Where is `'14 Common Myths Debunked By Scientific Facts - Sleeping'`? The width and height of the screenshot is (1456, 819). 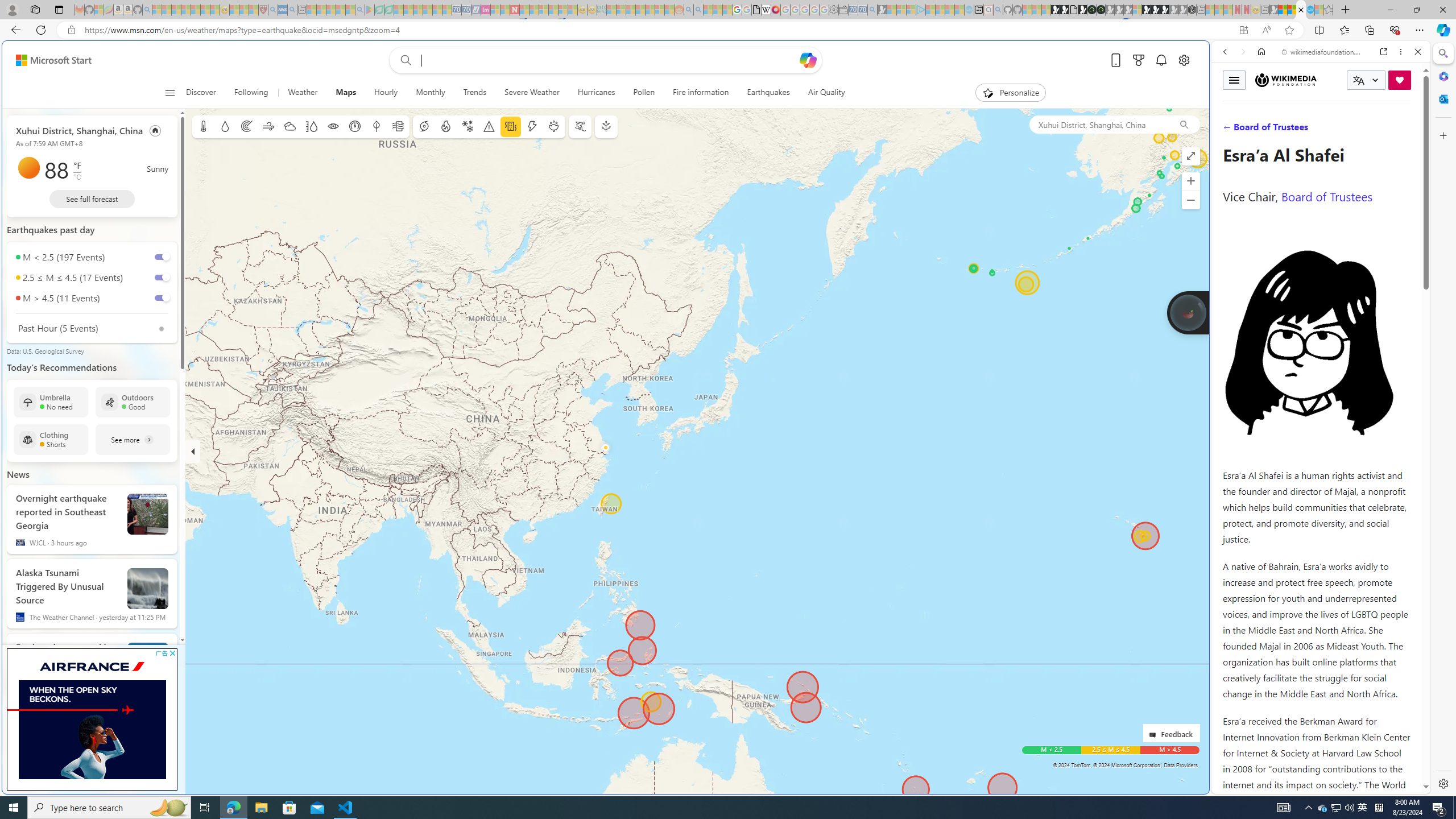 '14 Common Myths Debunked By Scientific Facts - Sleeping' is located at coordinates (533, 9).